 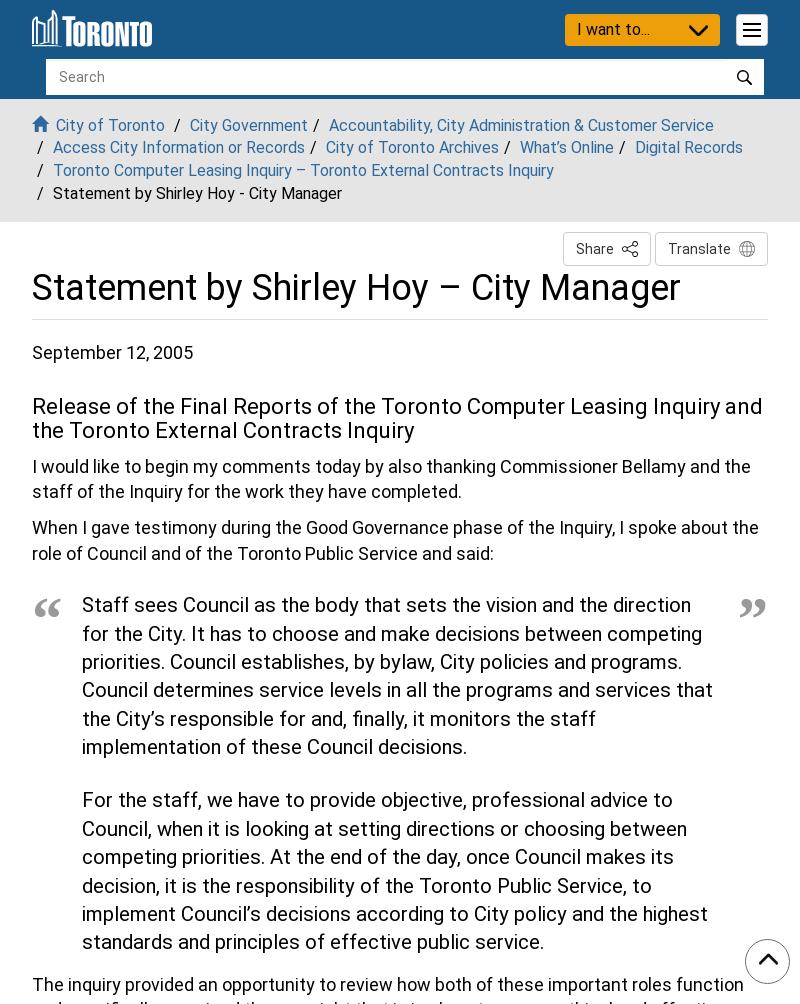 What do you see at coordinates (248, 124) in the screenshot?
I see `'City Government'` at bounding box center [248, 124].